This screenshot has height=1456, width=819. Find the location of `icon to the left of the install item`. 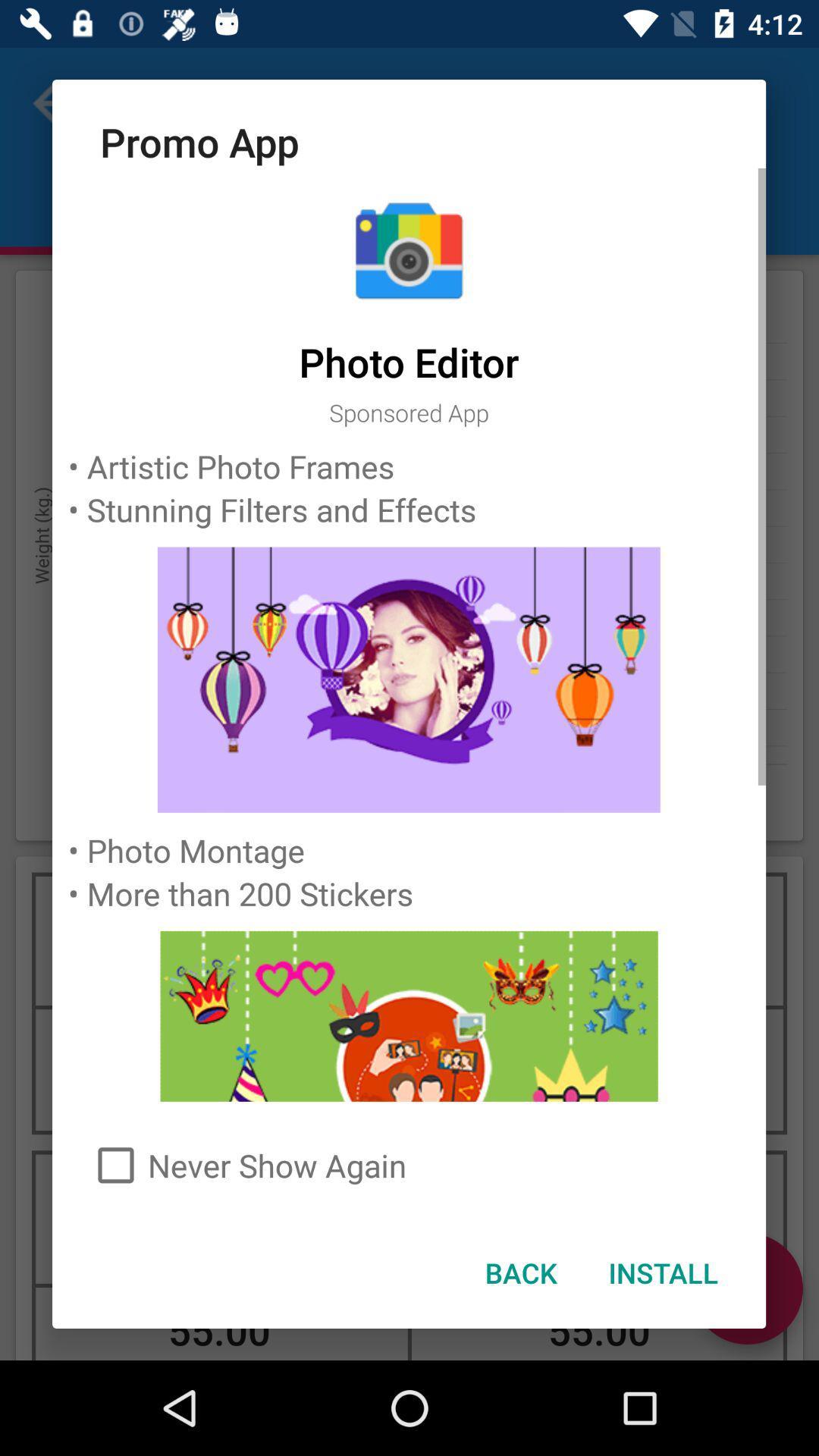

icon to the left of the install item is located at coordinates (519, 1272).